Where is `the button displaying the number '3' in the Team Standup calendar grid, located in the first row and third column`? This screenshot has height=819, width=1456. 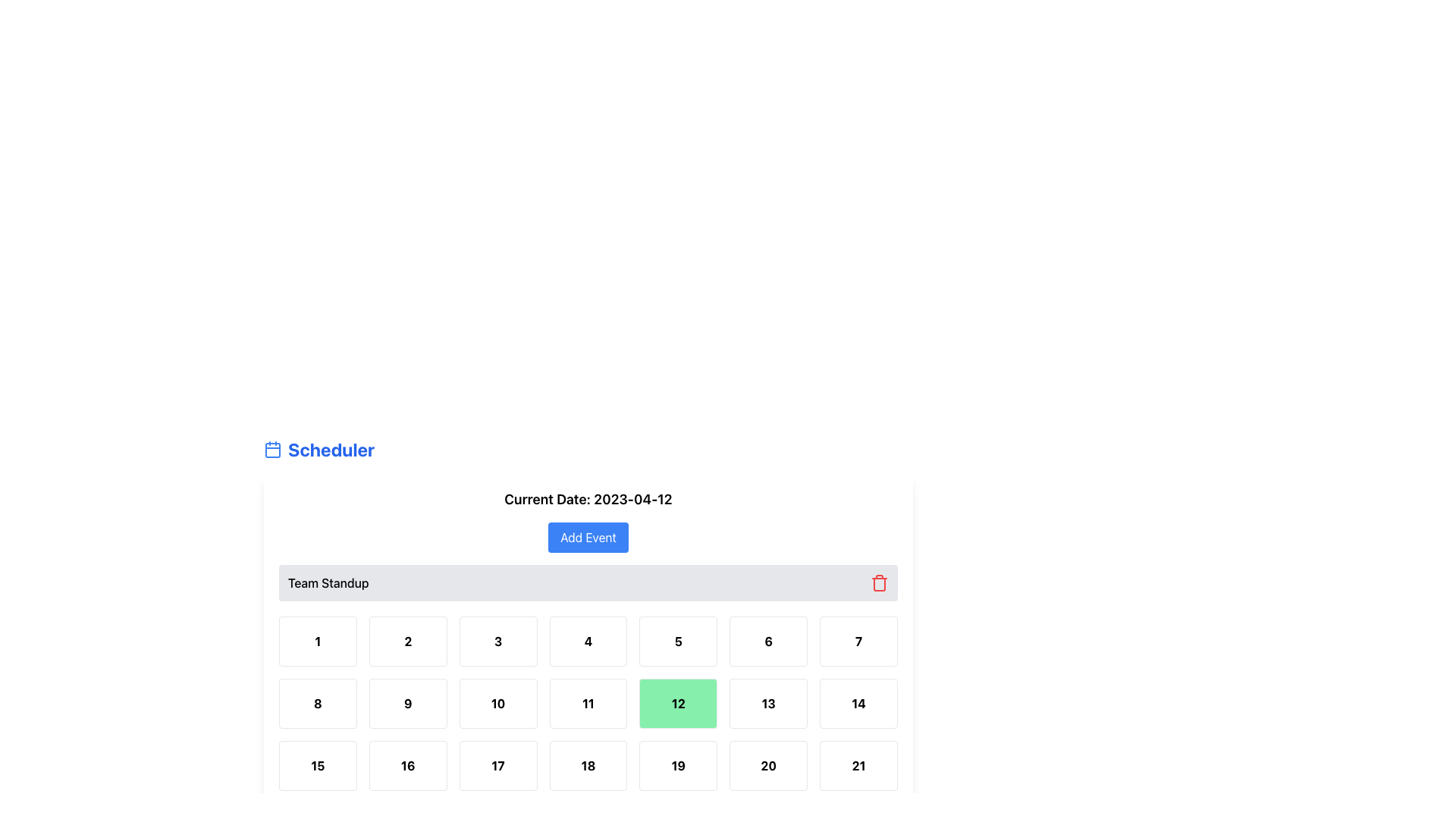 the button displaying the number '3' in the Team Standup calendar grid, located in the first row and third column is located at coordinates (498, 641).